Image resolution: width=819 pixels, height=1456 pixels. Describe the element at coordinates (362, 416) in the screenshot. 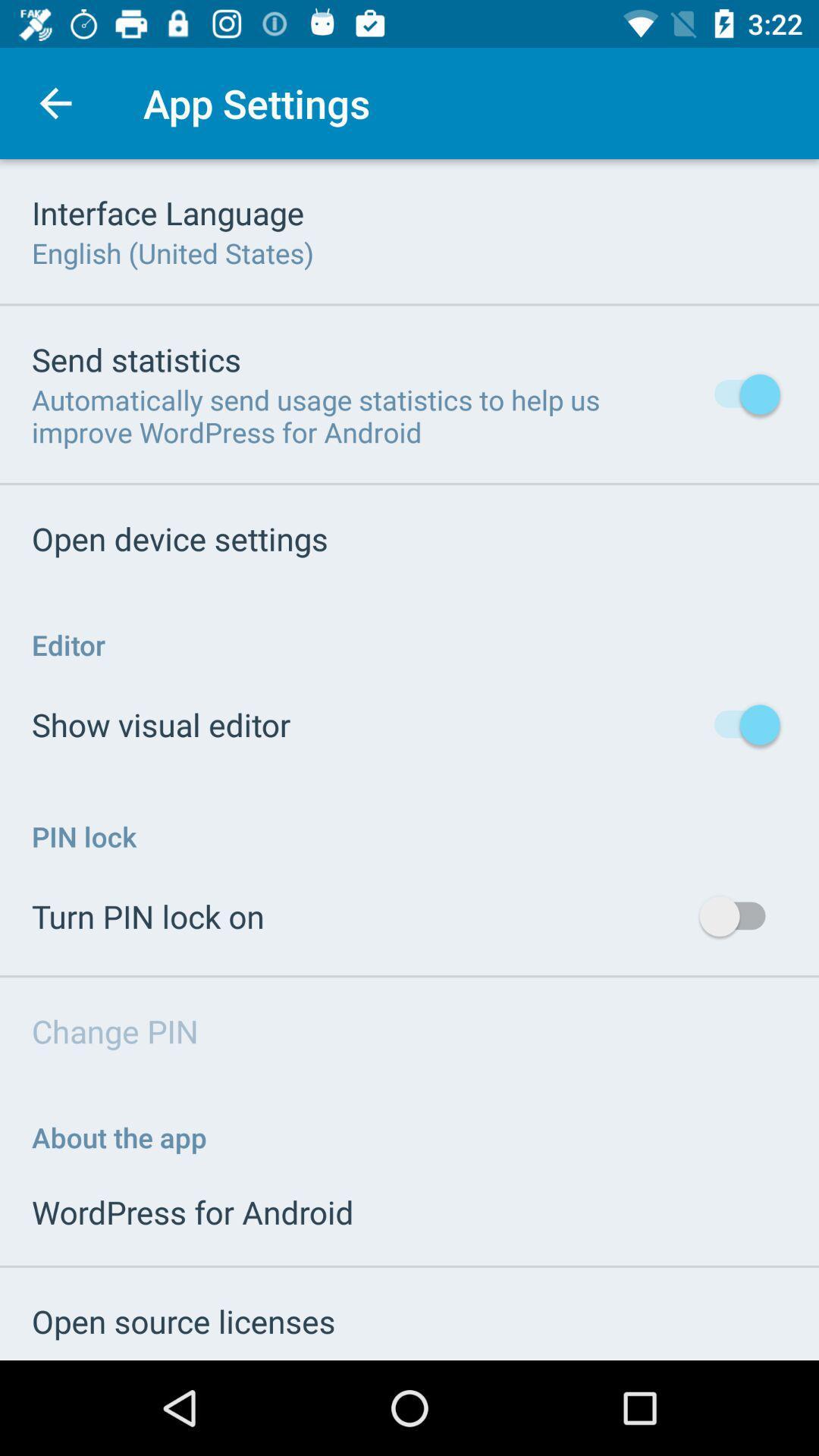

I see `the icon above the open device settings` at that location.